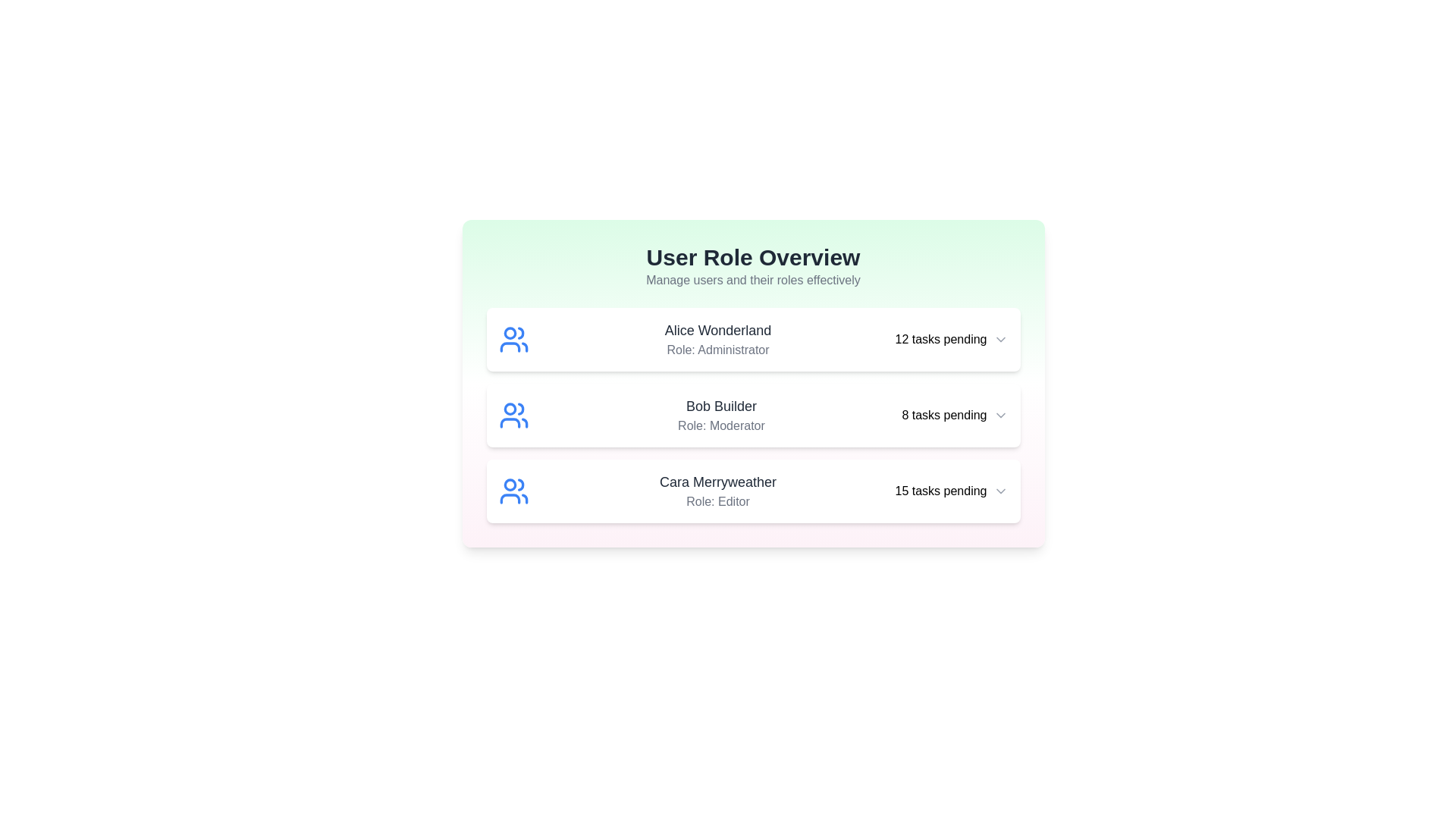  I want to click on the user item corresponding to Alice Wonderland, so click(753, 338).